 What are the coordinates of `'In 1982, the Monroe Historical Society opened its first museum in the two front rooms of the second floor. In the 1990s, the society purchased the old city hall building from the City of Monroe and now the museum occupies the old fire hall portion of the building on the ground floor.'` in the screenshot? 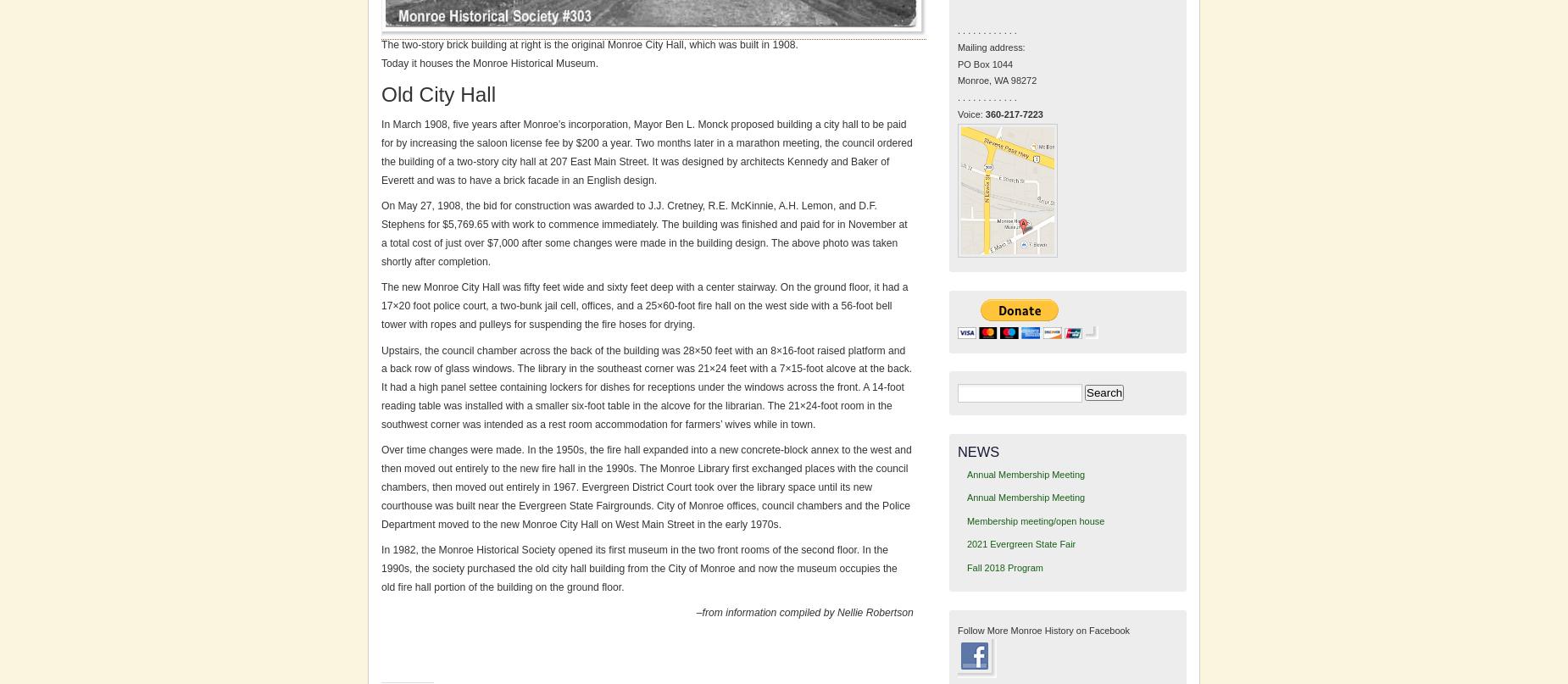 It's located at (639, 569).